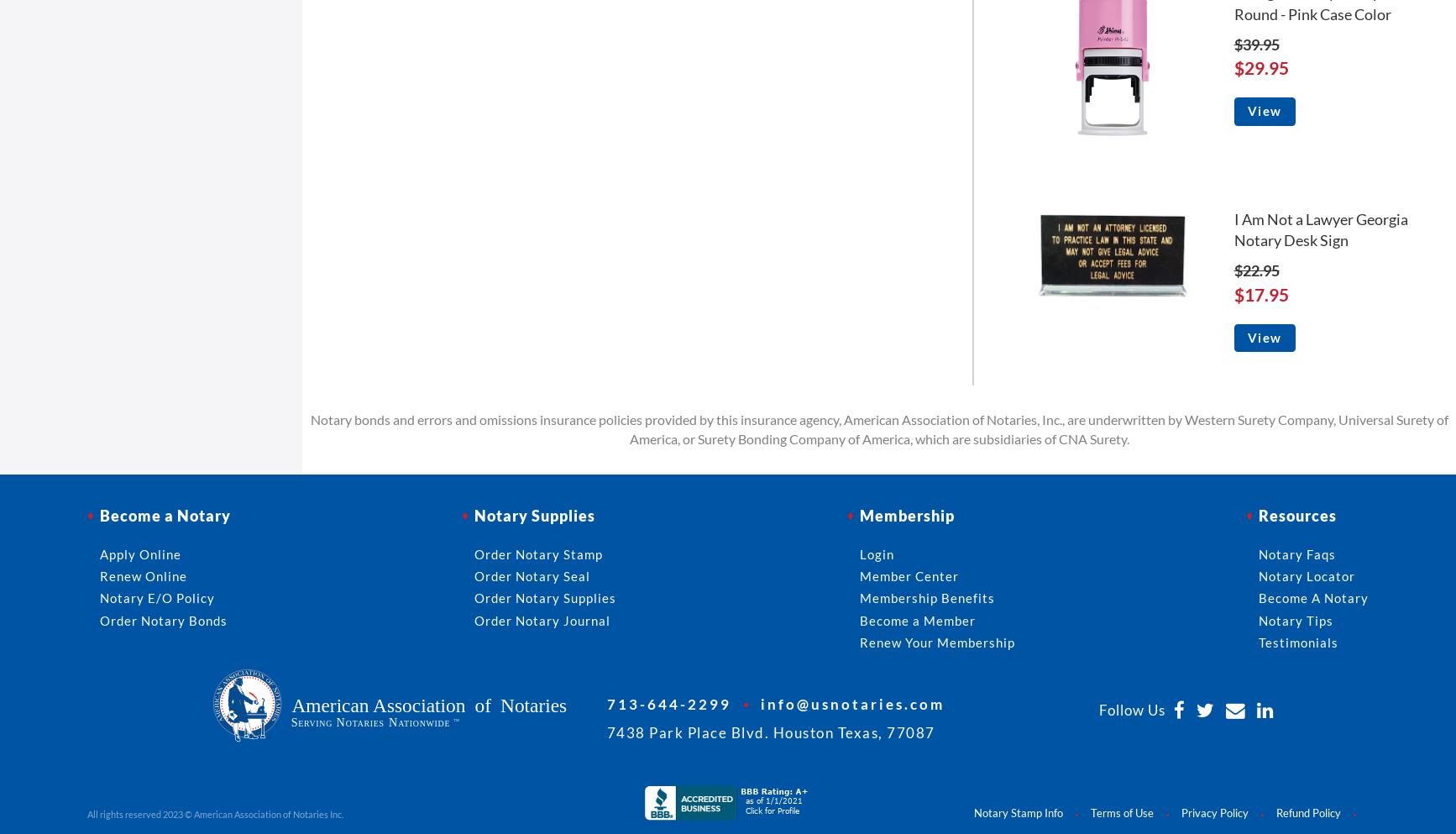  I want to click on 'Become a Notary', so click(164, 513).